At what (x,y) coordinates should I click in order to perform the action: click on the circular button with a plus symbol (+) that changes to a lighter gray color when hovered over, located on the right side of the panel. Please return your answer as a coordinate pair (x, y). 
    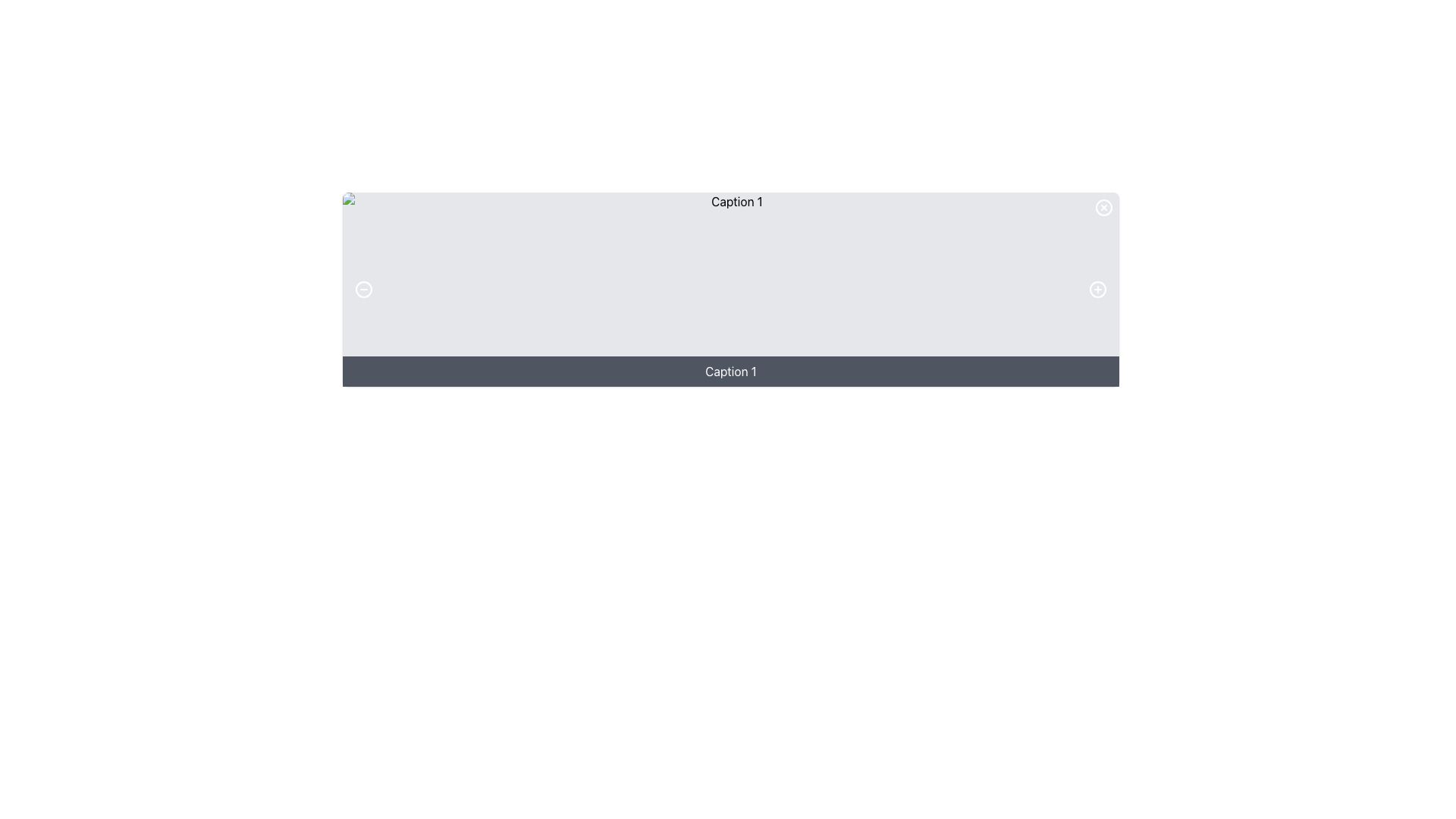
    Looking at the image, I should click on (1098, 289).